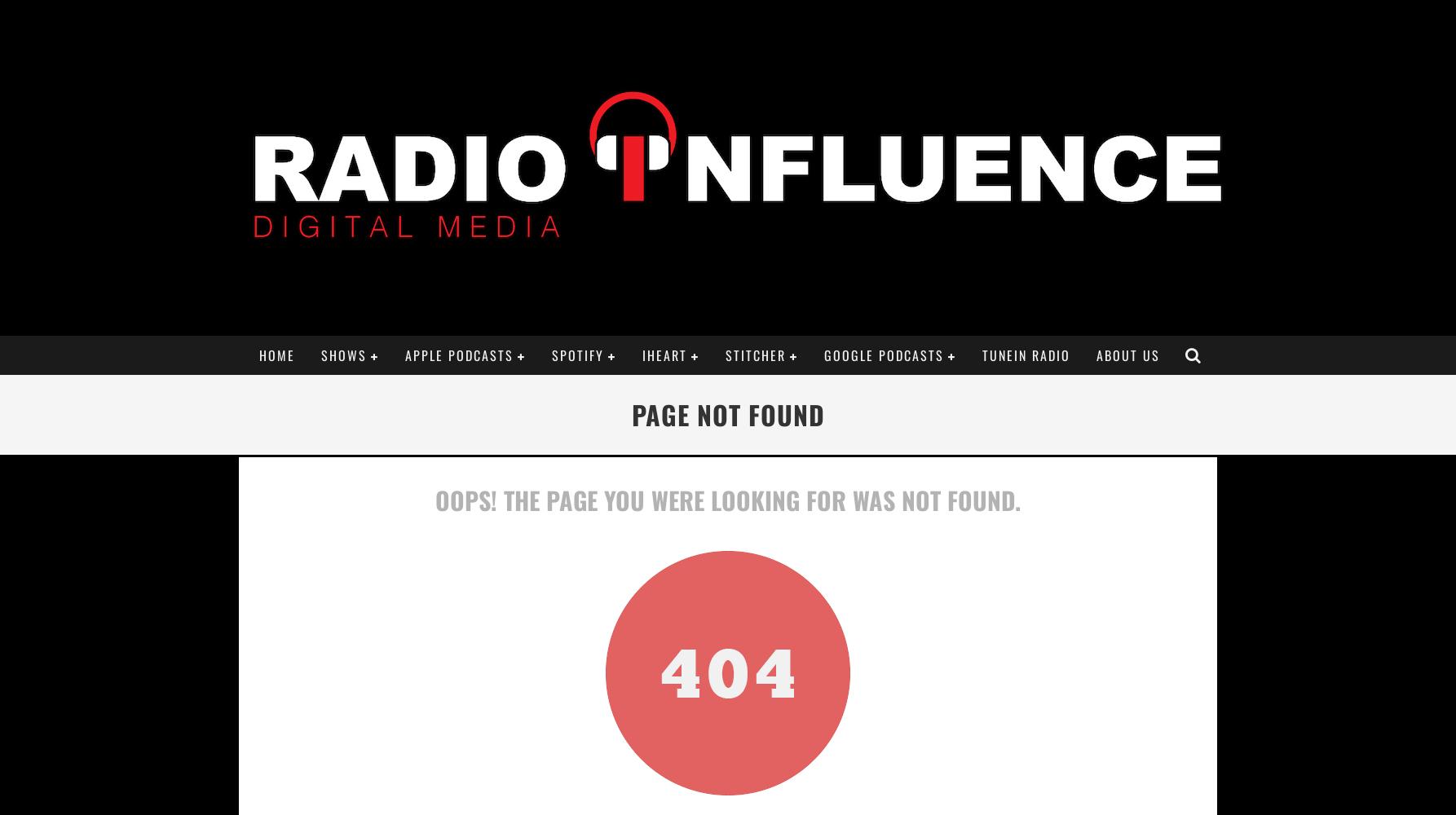  I want to click on 'iHeart', so click(664, 355).